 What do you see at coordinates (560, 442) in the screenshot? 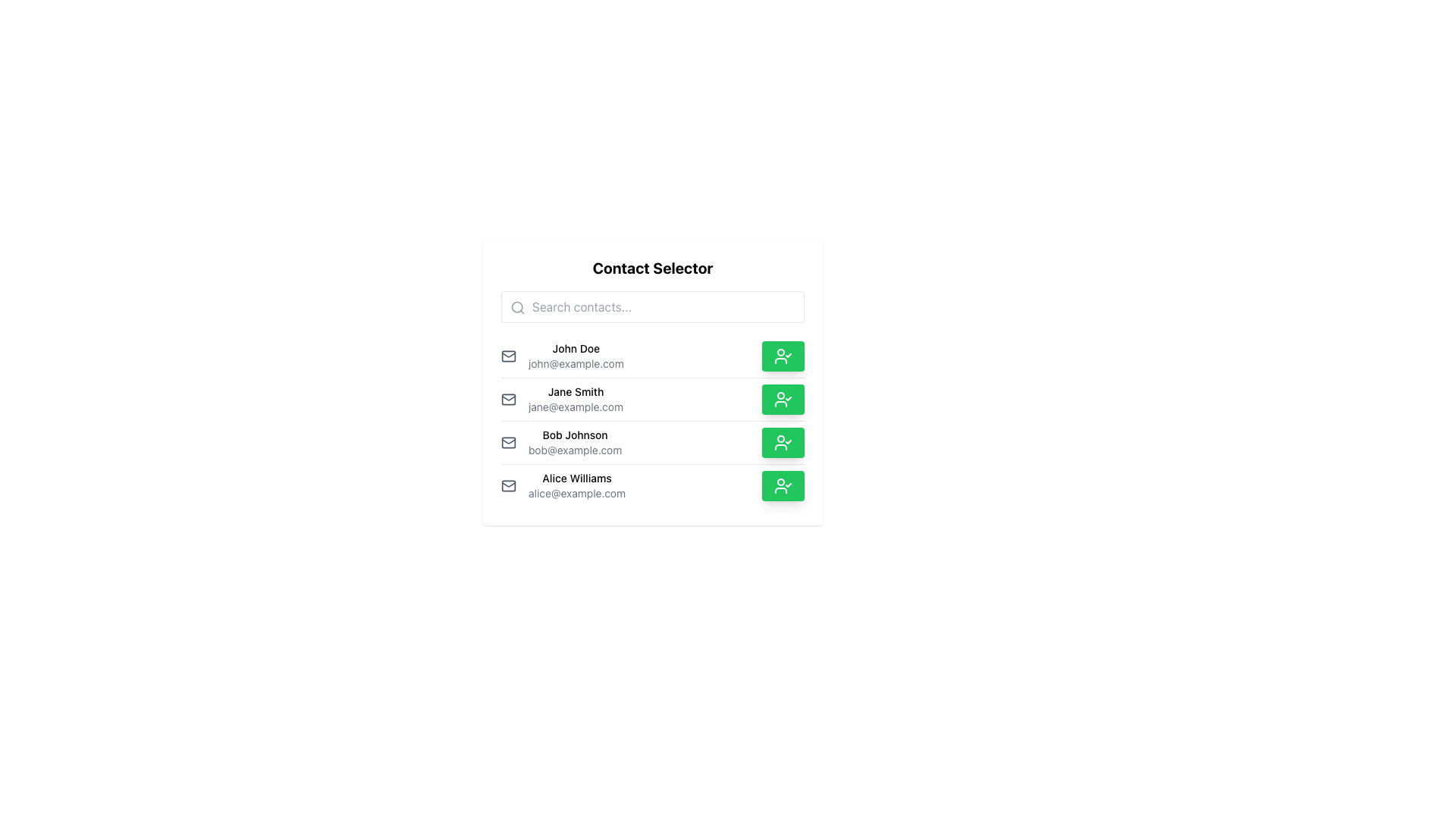
I see `the contact information element displaying 'Bob Johnson' and 'bob@example.com'` at bounding box center [560, 442].